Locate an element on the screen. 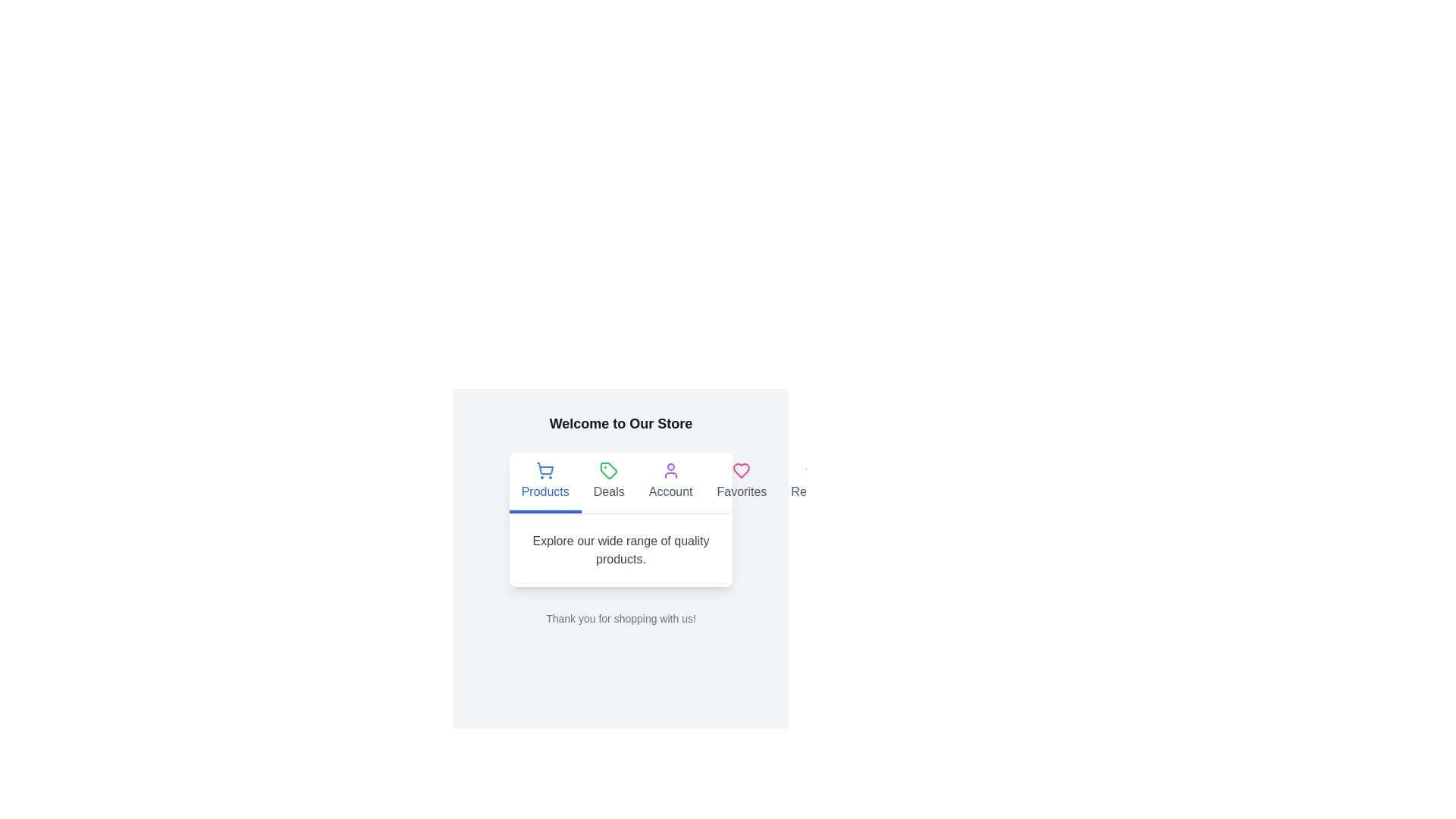  the heart icon with a pink outline located is located at coordinates (742, 470).